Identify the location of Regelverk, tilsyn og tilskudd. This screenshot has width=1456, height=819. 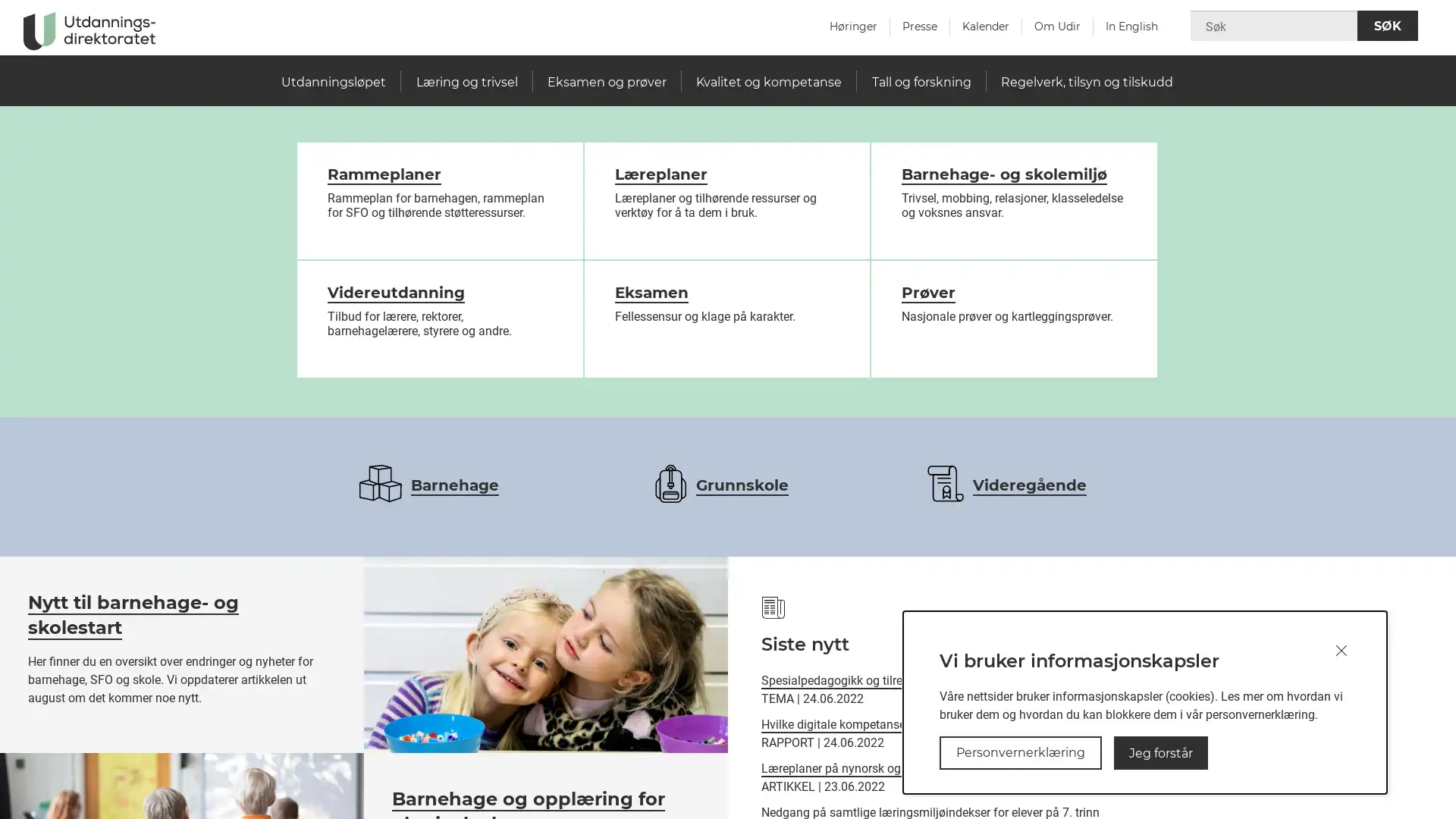
(1085, 82).